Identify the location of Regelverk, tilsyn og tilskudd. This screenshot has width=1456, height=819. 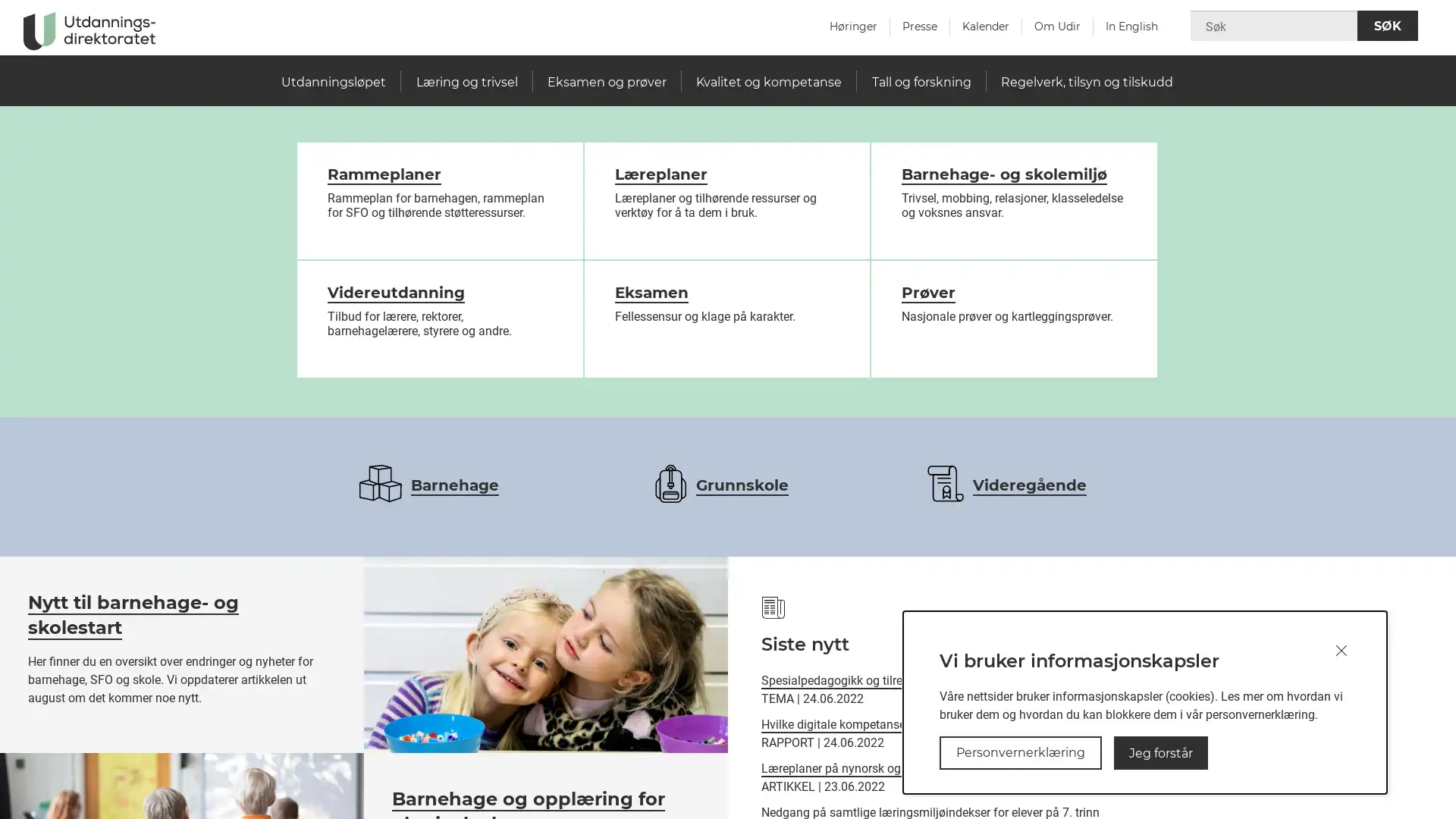
(1085, 82).